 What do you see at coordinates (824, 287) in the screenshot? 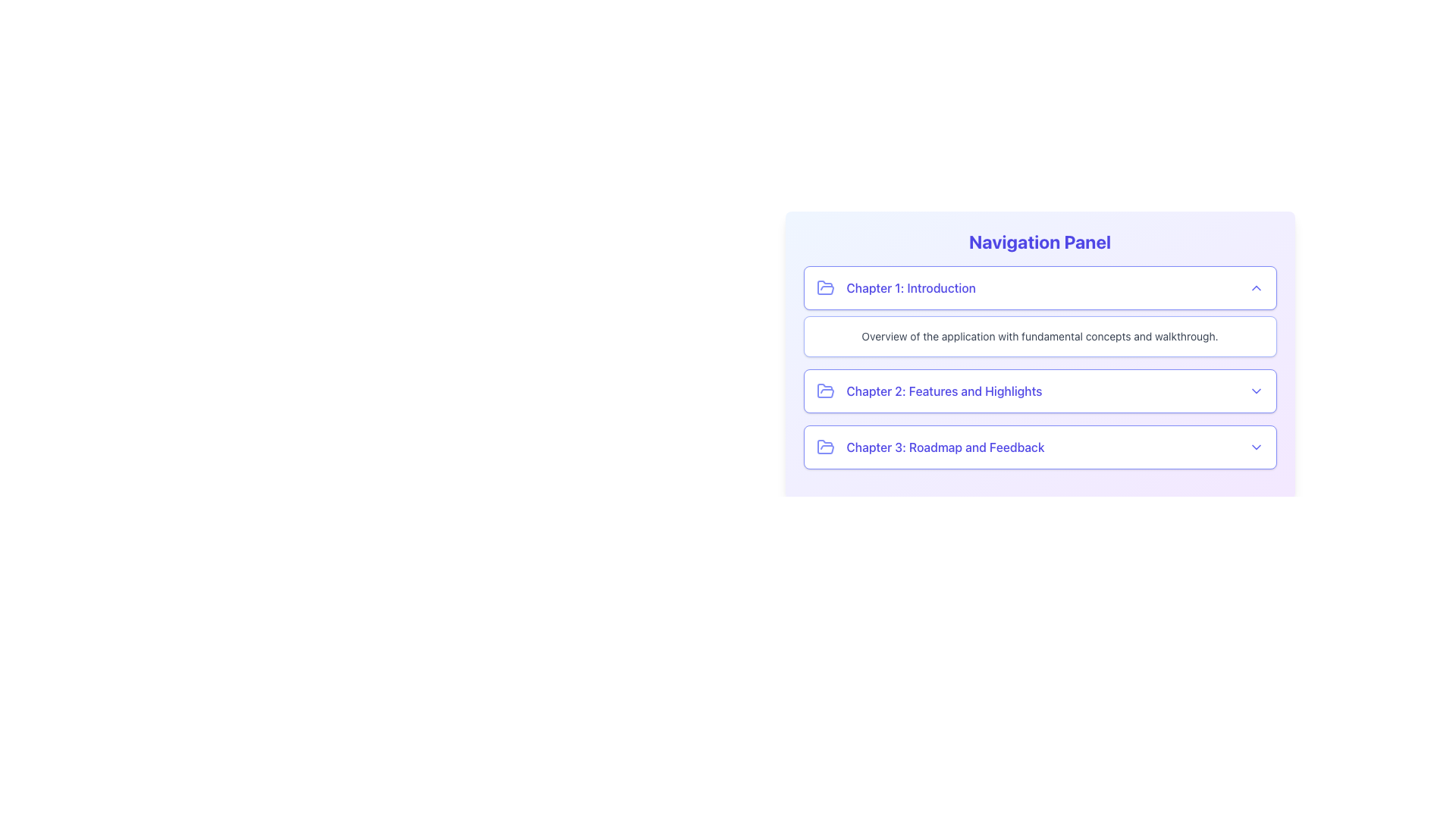
I see `the visual appearance of the directory or folder icon located within the first navigation item 'Chapter 1: Introduction' in the 'Navigation Panel'` at bounding box center [824, 287].